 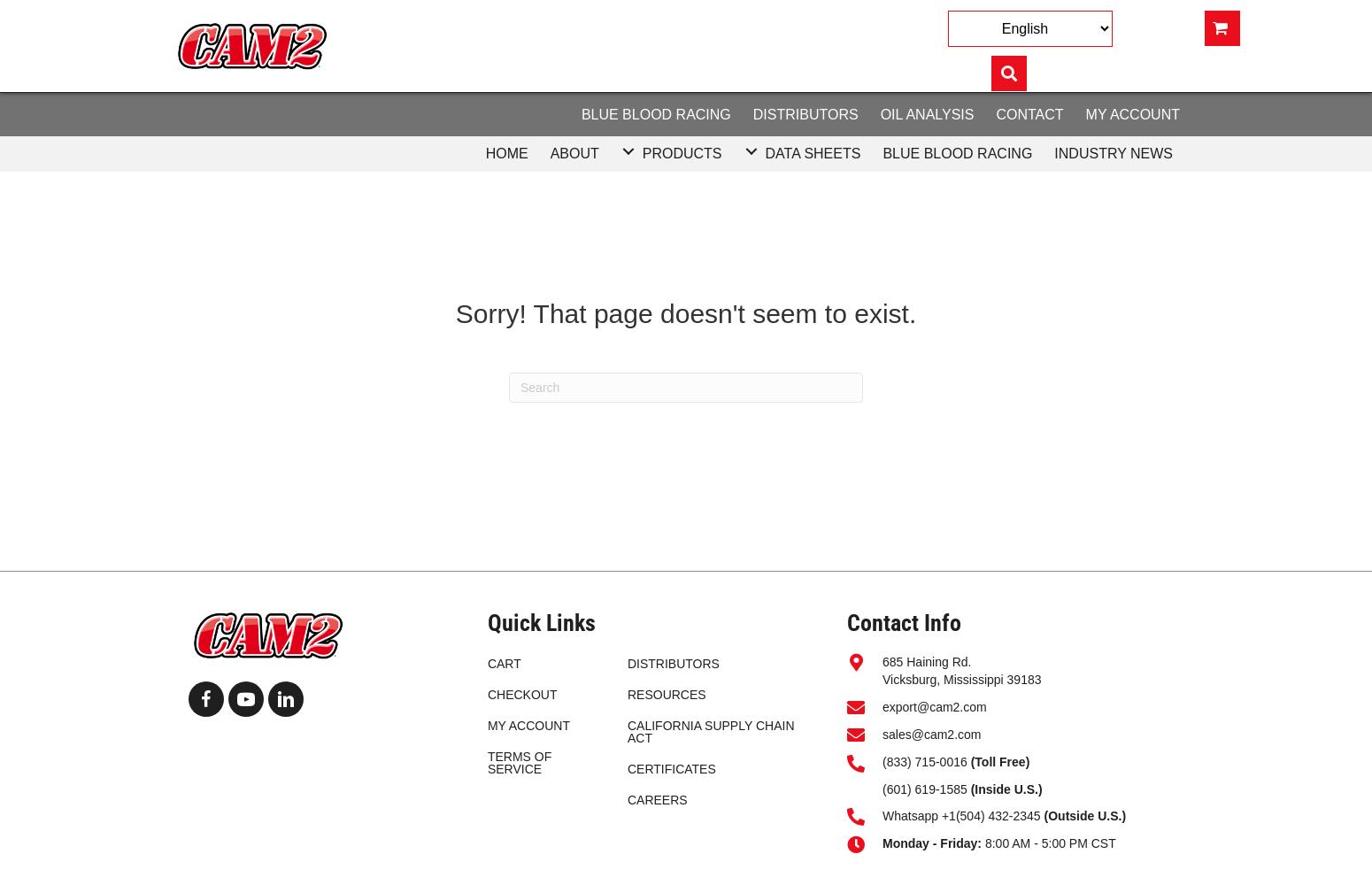 What do you see at coordinates (486, 762) in the screenshot?
I see `'Terms of Service'` at bounding box center [486, 762].